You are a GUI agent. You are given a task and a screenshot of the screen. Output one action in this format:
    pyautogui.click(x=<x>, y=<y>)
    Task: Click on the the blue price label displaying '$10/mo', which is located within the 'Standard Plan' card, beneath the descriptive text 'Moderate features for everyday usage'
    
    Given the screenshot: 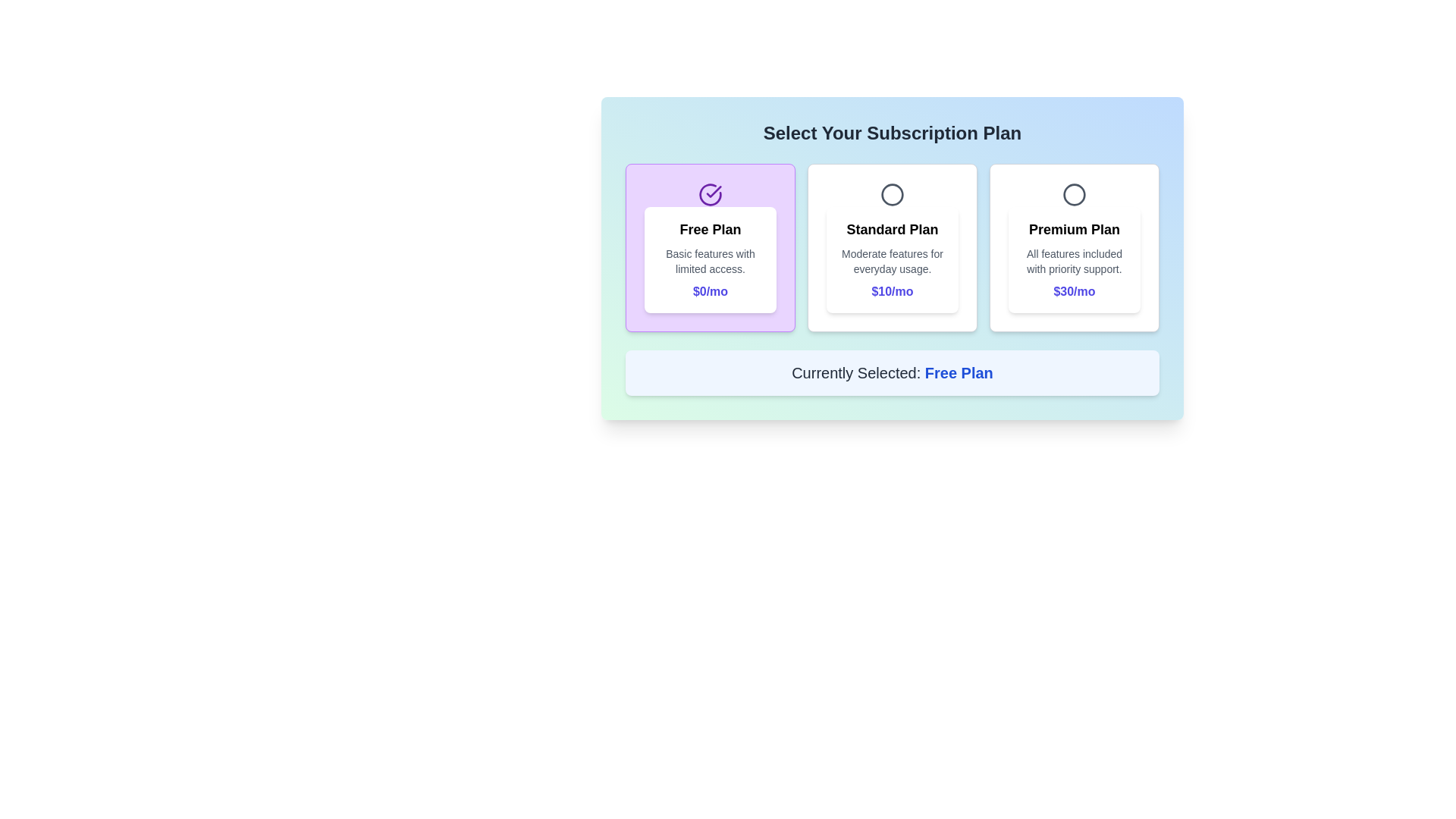 What is the action you would take?
    pyautogui.click(x=892, y=292)
    